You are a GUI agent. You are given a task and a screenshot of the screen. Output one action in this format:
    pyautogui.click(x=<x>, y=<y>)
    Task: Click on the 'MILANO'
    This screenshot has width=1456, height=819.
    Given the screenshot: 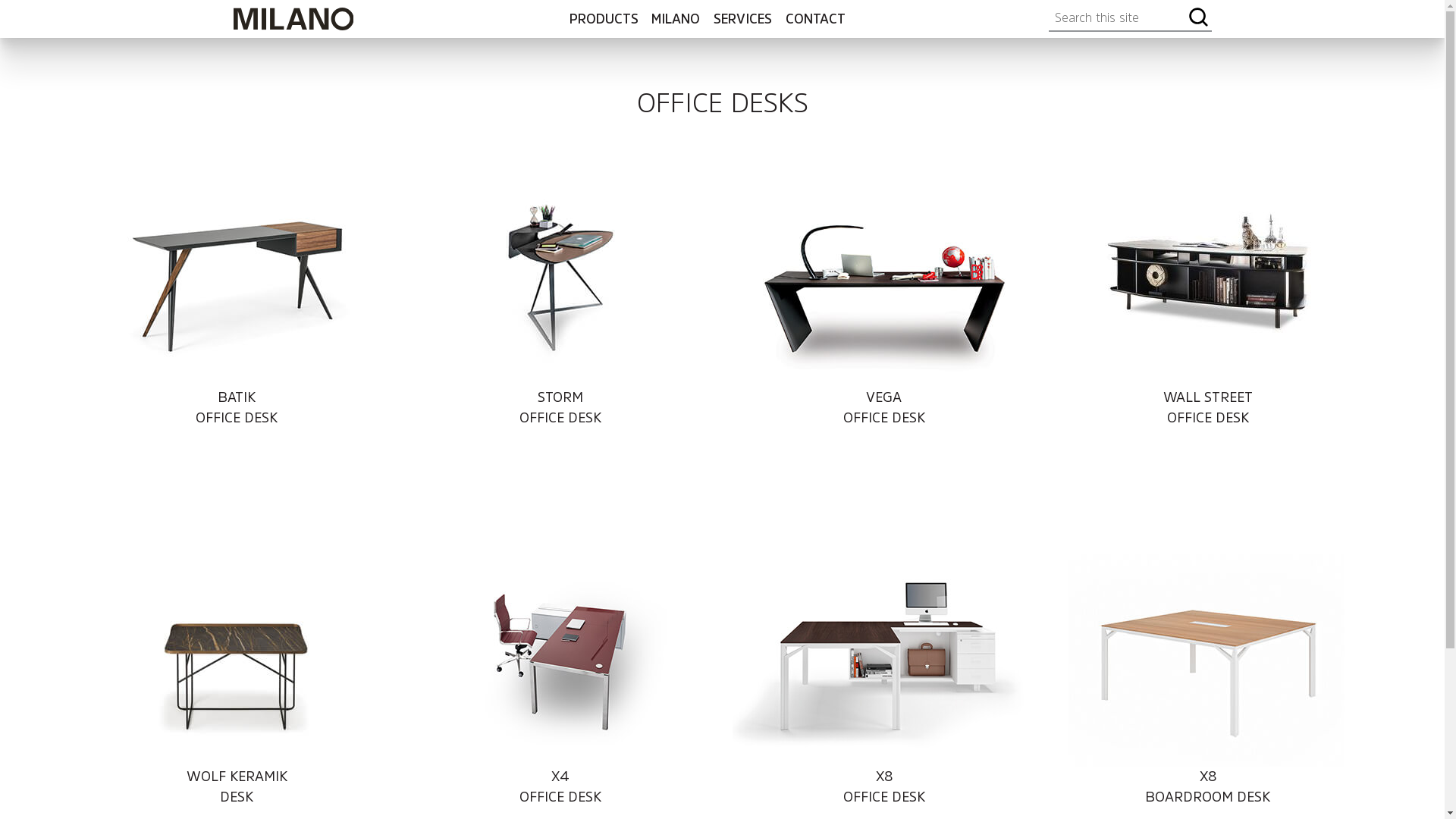 What is the action you would take?
    pyautogui.click(x=675, y=18)
    